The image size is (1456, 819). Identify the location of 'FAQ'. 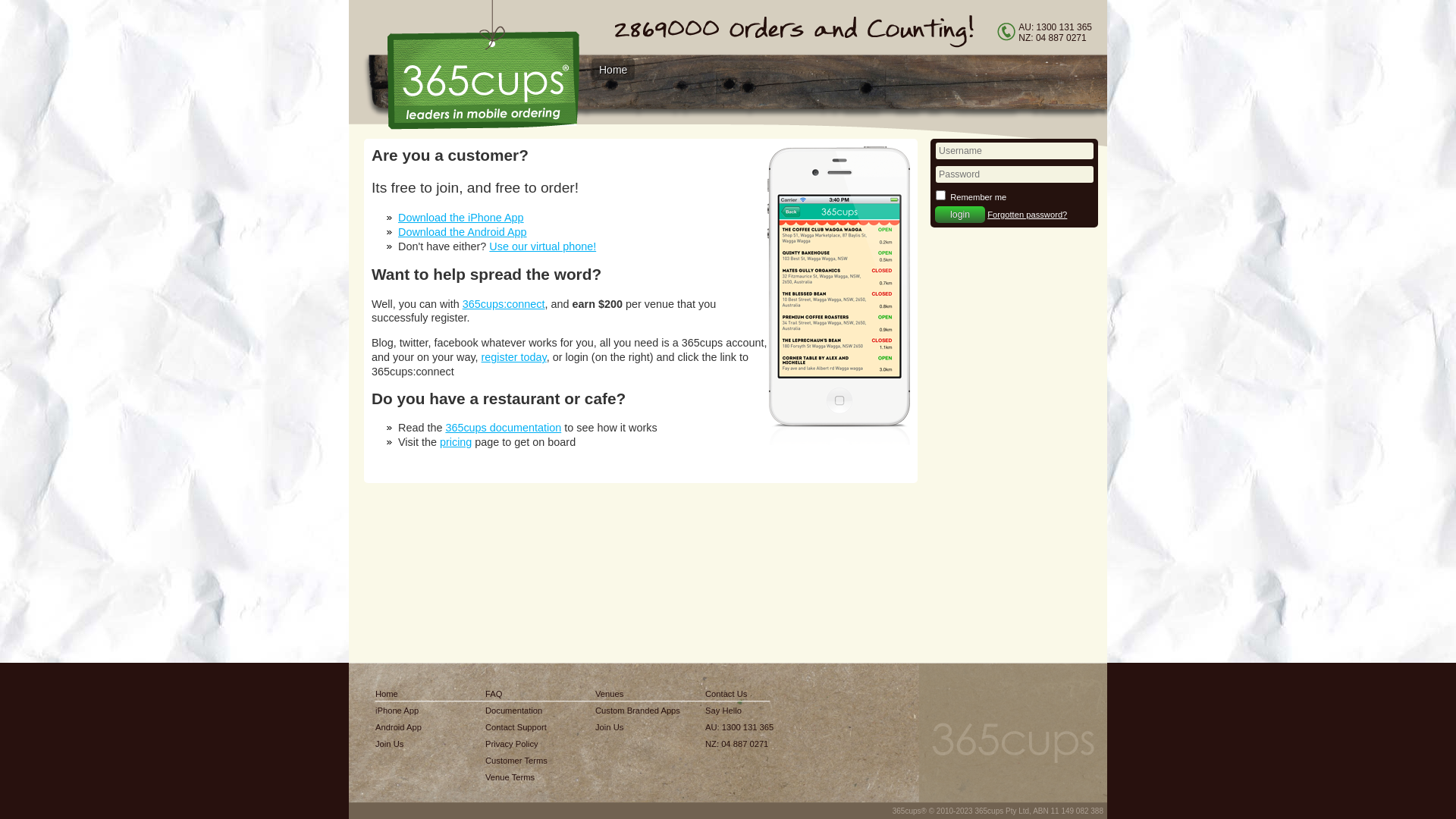
(516, 693).